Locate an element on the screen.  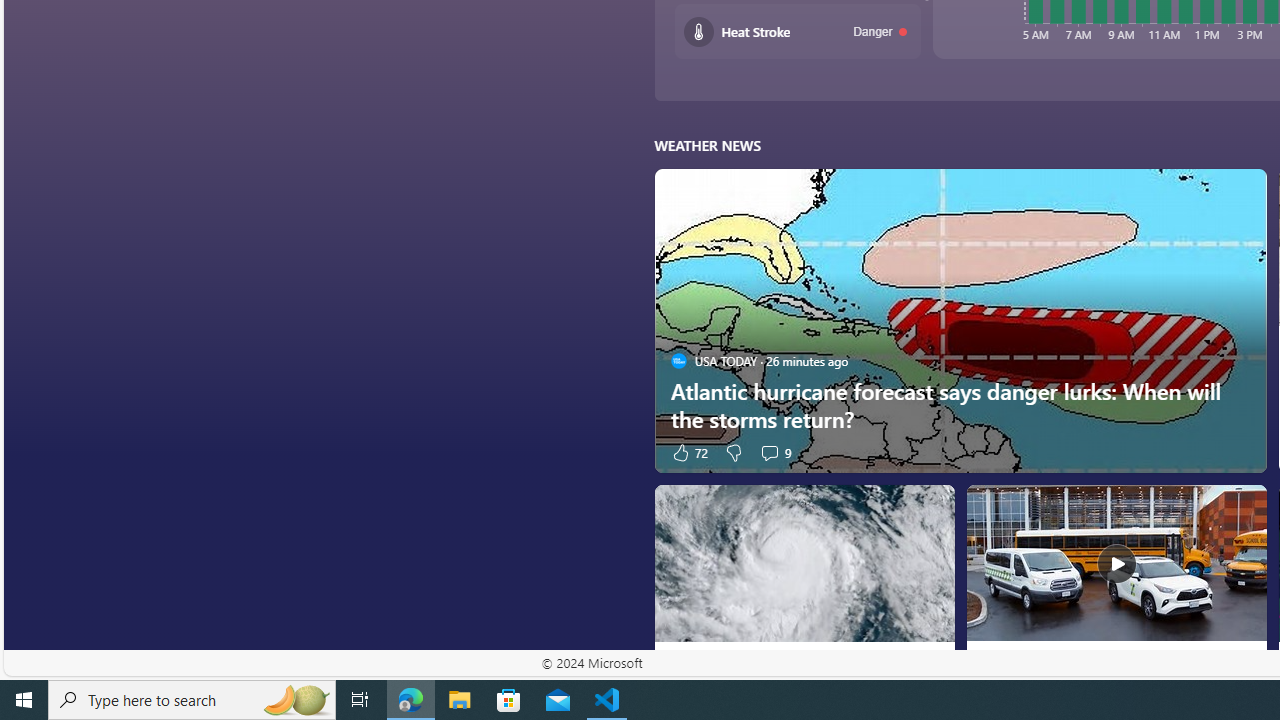
'View comments 9 Comment' is located at coordinates (774, 452).